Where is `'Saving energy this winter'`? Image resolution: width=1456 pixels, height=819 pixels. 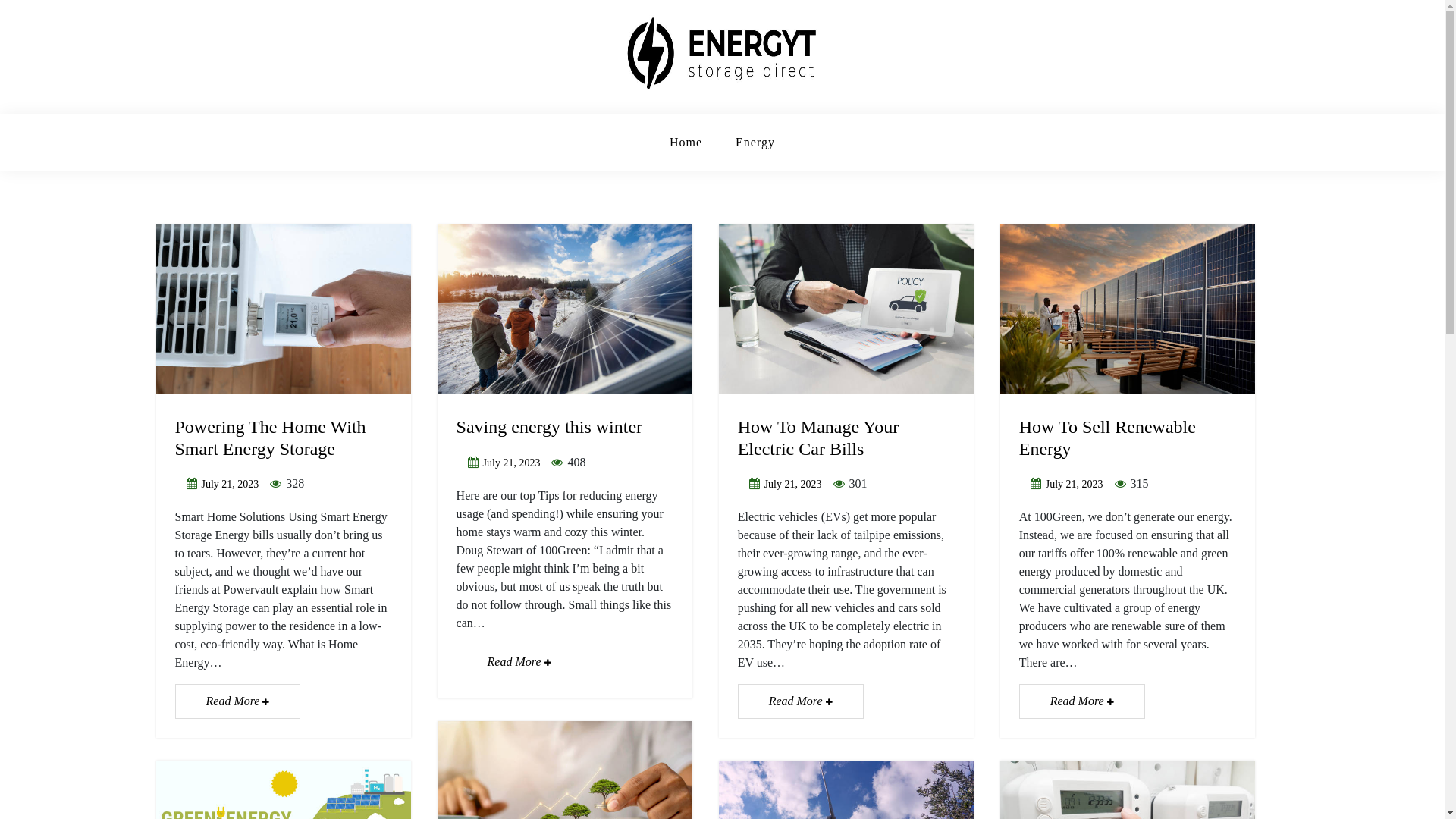 'Saving energy this winter' is located at coordinates (455, 427).